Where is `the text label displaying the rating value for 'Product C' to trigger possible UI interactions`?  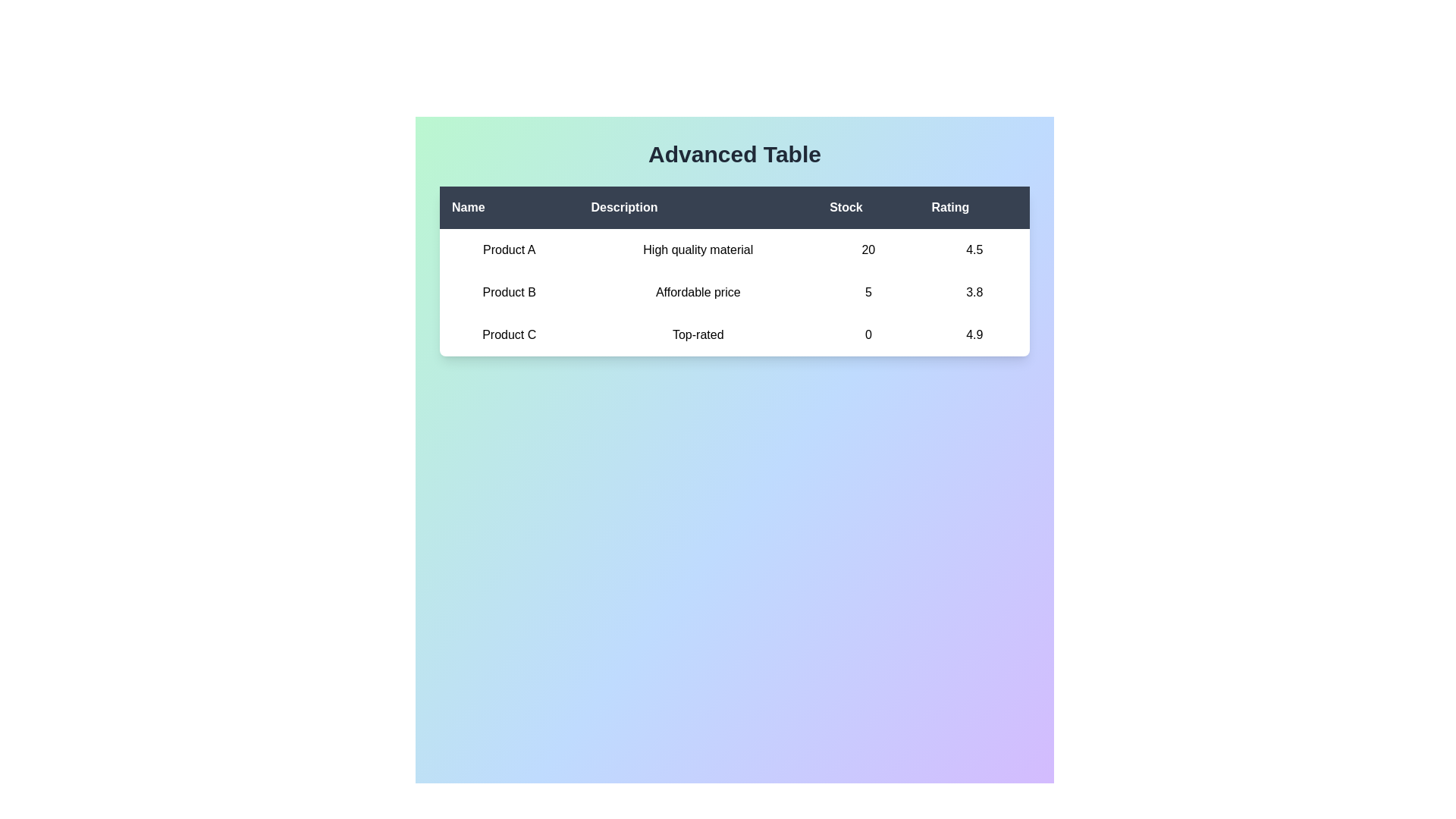
the text label displaying the rating value for 'Product C' to trigger possible UI interactions is located at coordinates (974, 334).